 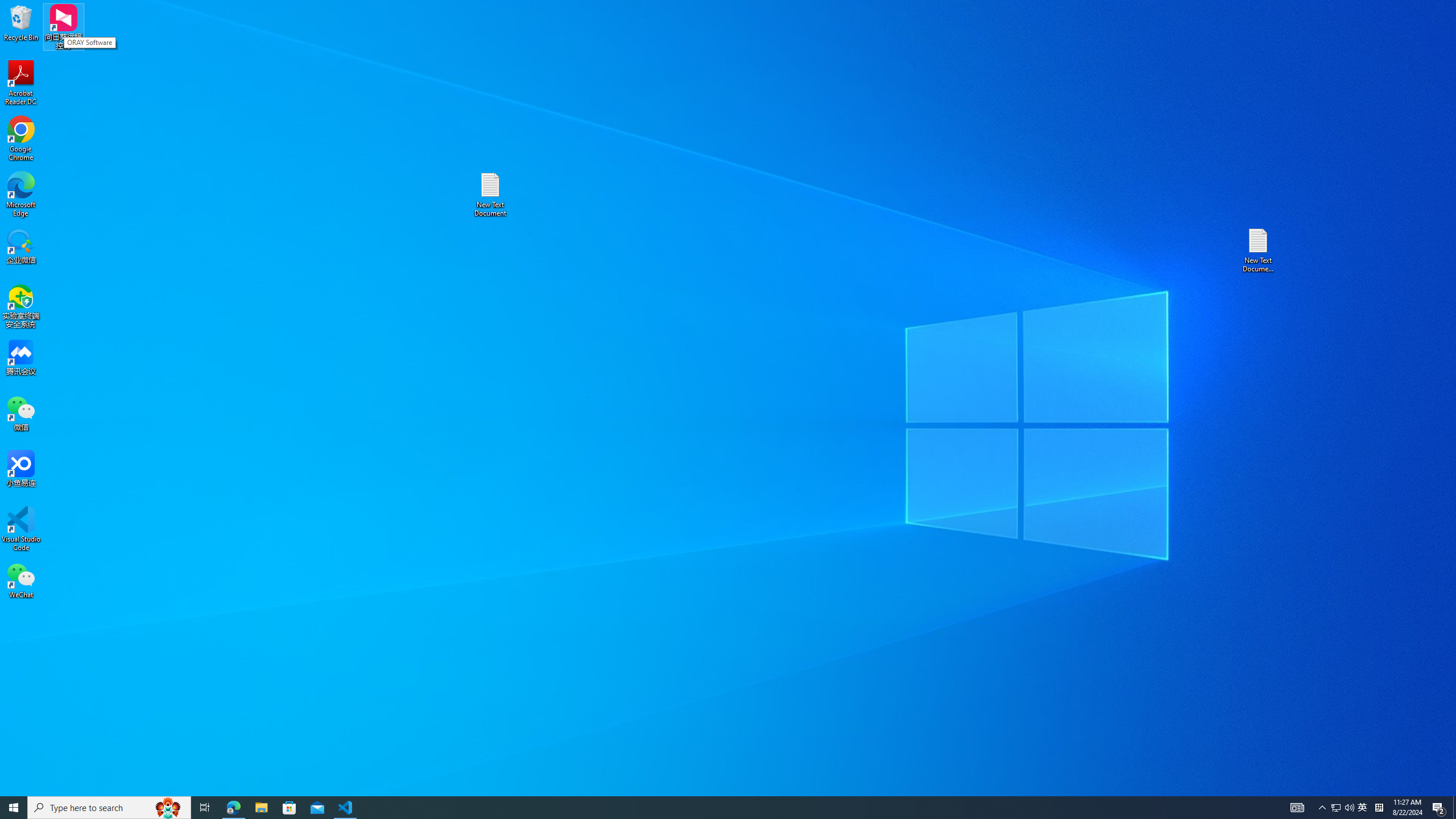 I want to click on 'Acrobat Reader DC', so click(x=20, y=82).